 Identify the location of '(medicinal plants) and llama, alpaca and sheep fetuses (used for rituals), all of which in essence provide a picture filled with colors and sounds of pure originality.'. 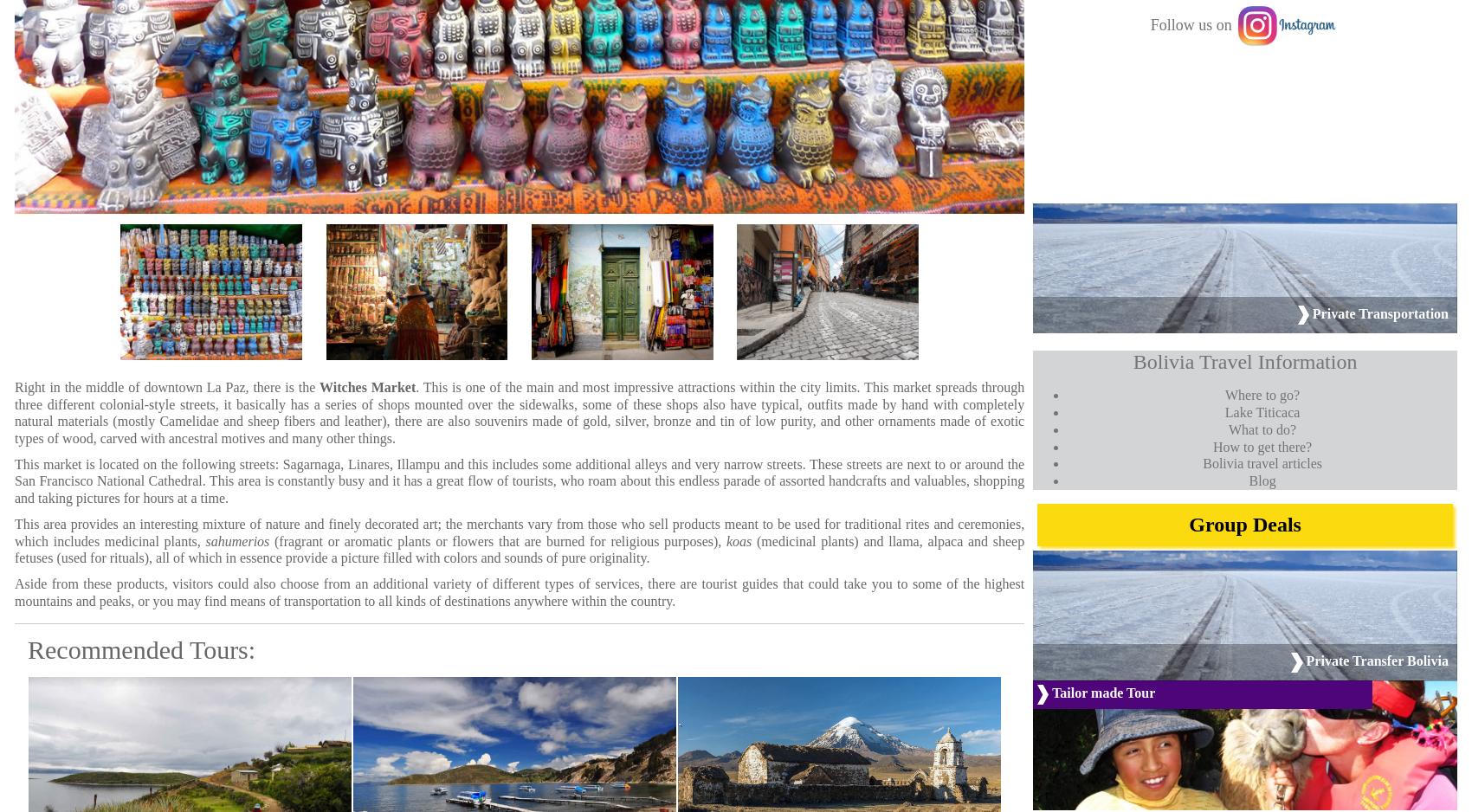
(518, 549).